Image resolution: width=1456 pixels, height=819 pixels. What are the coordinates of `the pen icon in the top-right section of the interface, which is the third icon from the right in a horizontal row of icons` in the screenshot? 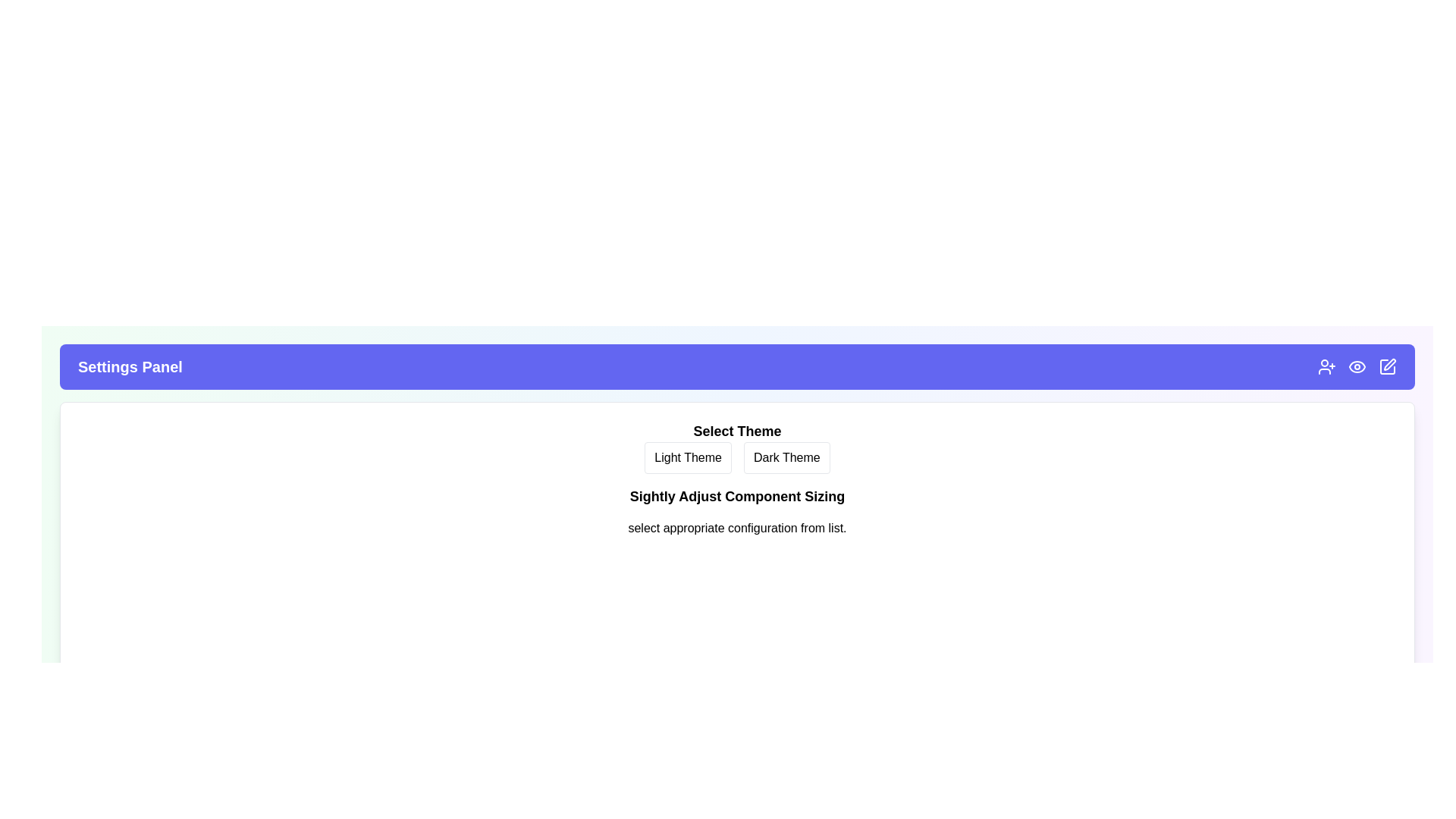 It's located at (1387, 366).